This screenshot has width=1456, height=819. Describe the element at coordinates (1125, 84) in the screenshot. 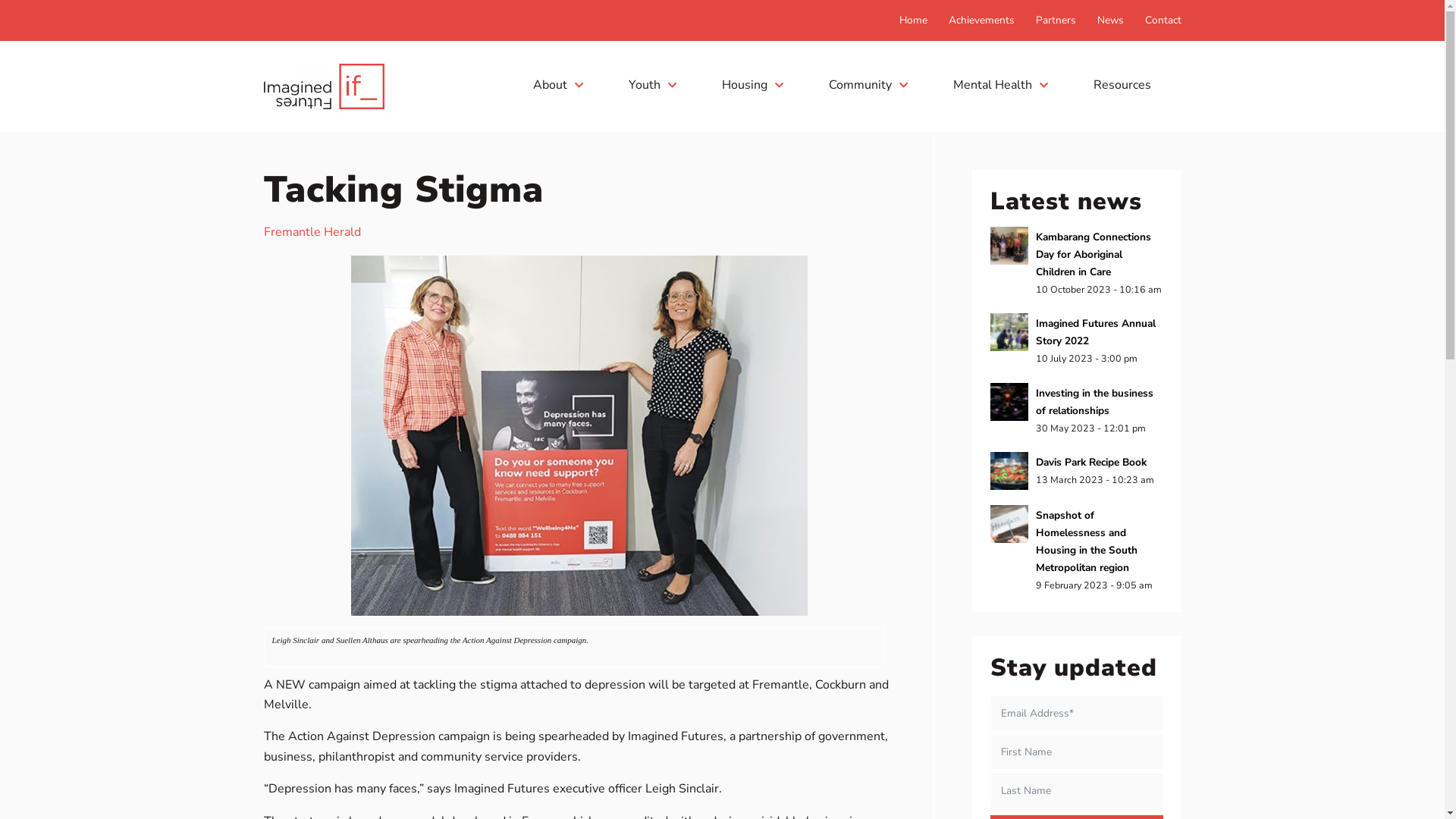

I see `'Resources'` at that location.